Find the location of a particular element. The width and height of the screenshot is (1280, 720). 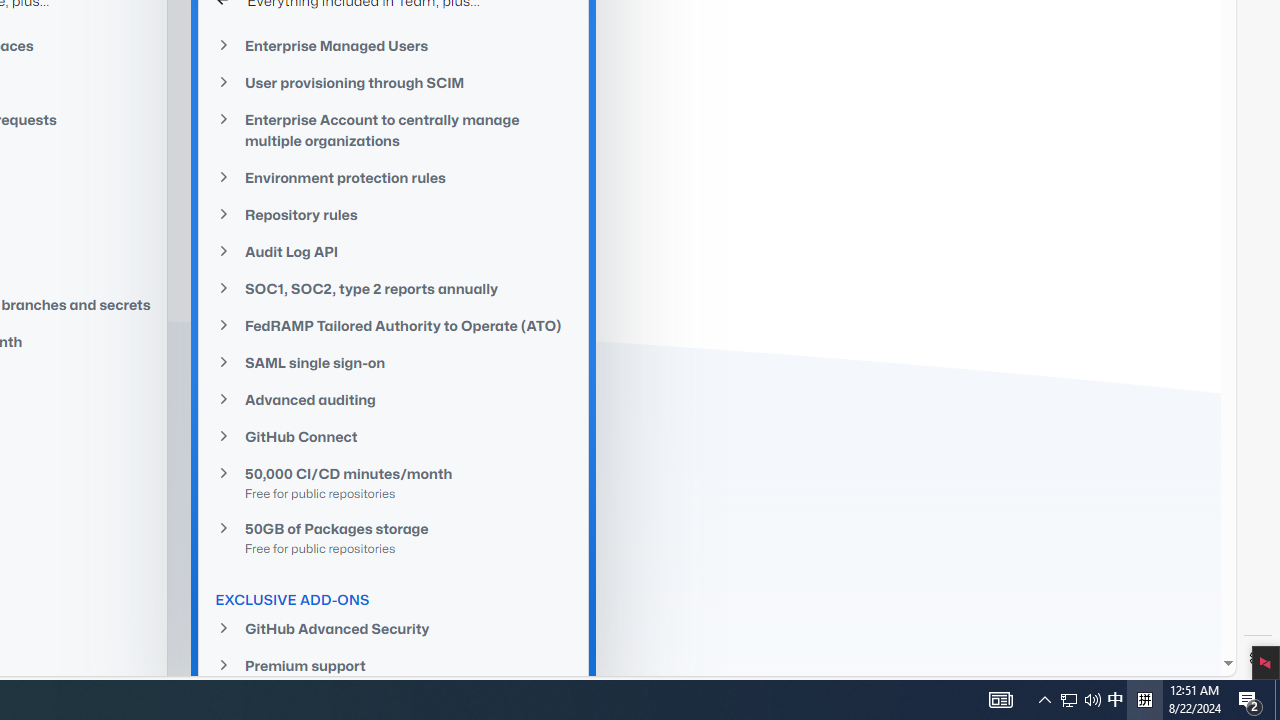

'SAML single sign-on' is located at coordinates (394, 363).